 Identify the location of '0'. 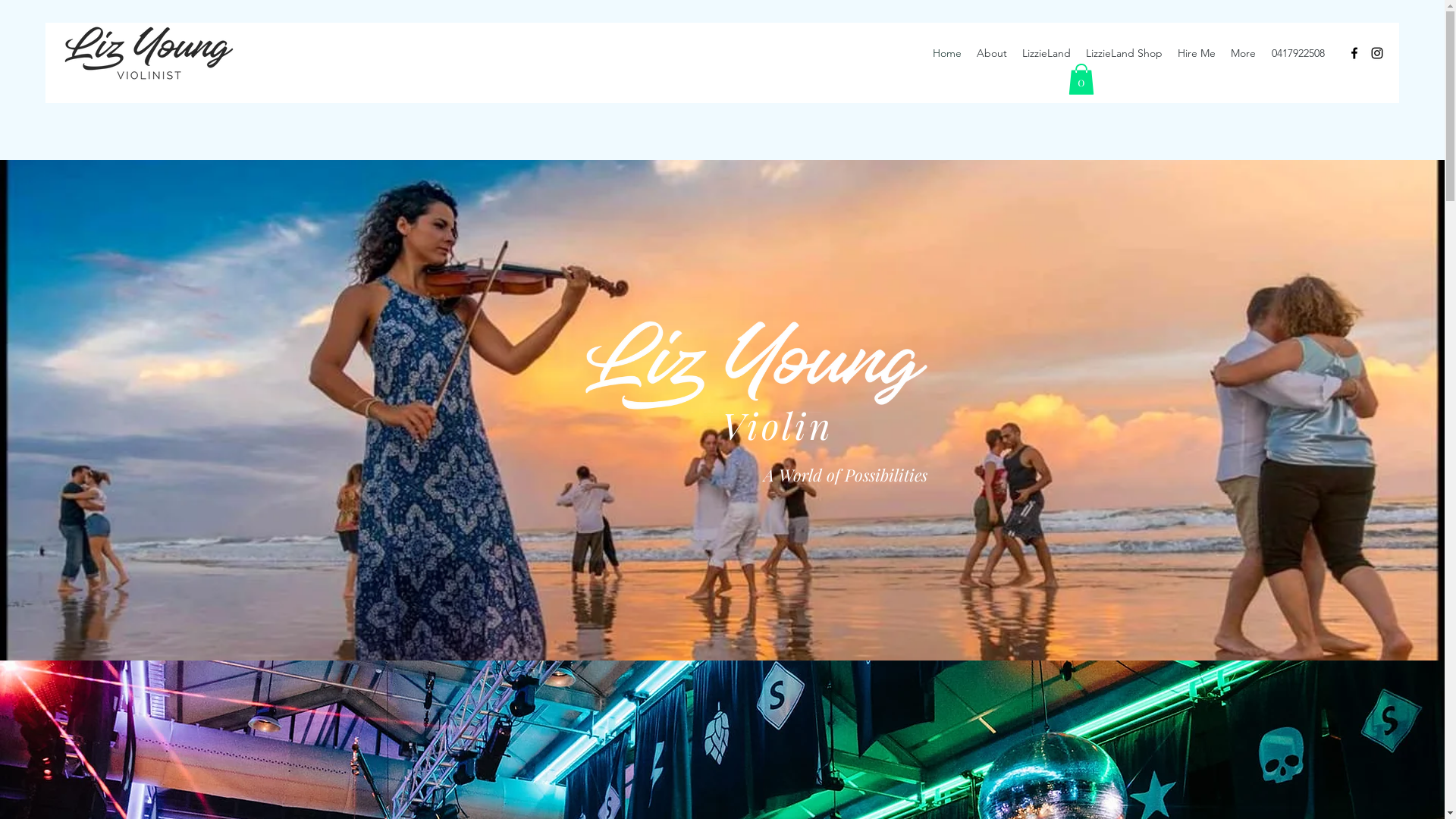
(1066, 79).